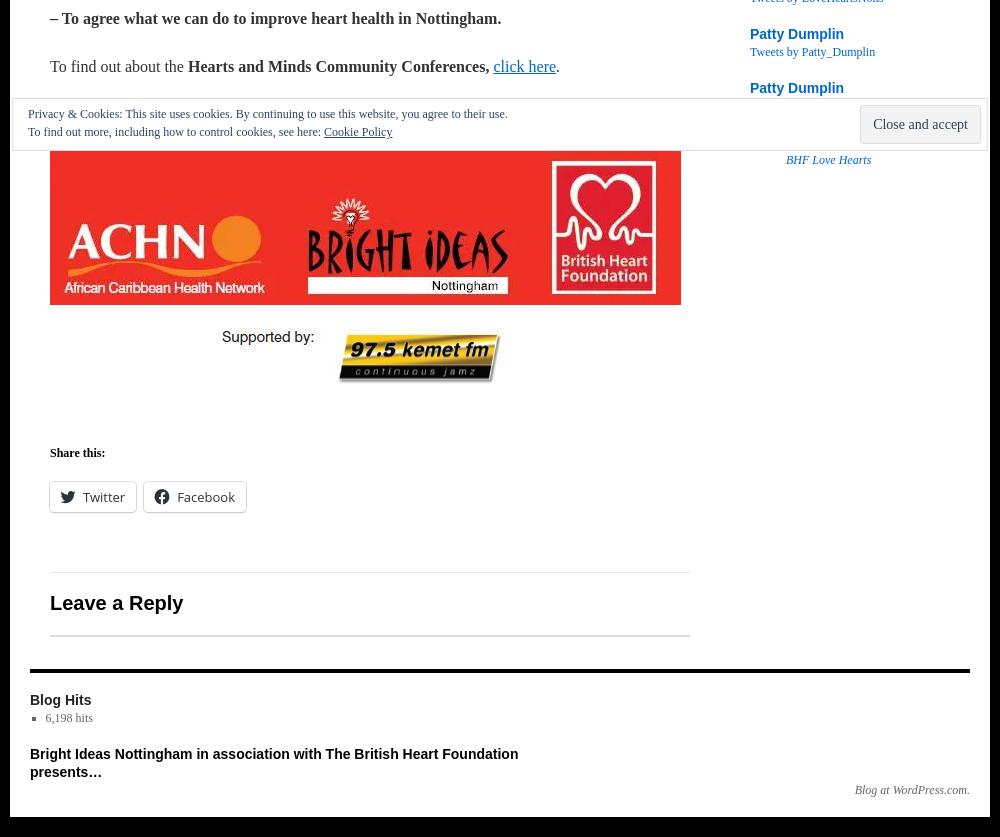 The height and width of the screenshot is (837, 1000). Describe the element at coordinates (339, 66) in the screenshot. I see `'Hearts and Minds Community Conferences,'` at that location.